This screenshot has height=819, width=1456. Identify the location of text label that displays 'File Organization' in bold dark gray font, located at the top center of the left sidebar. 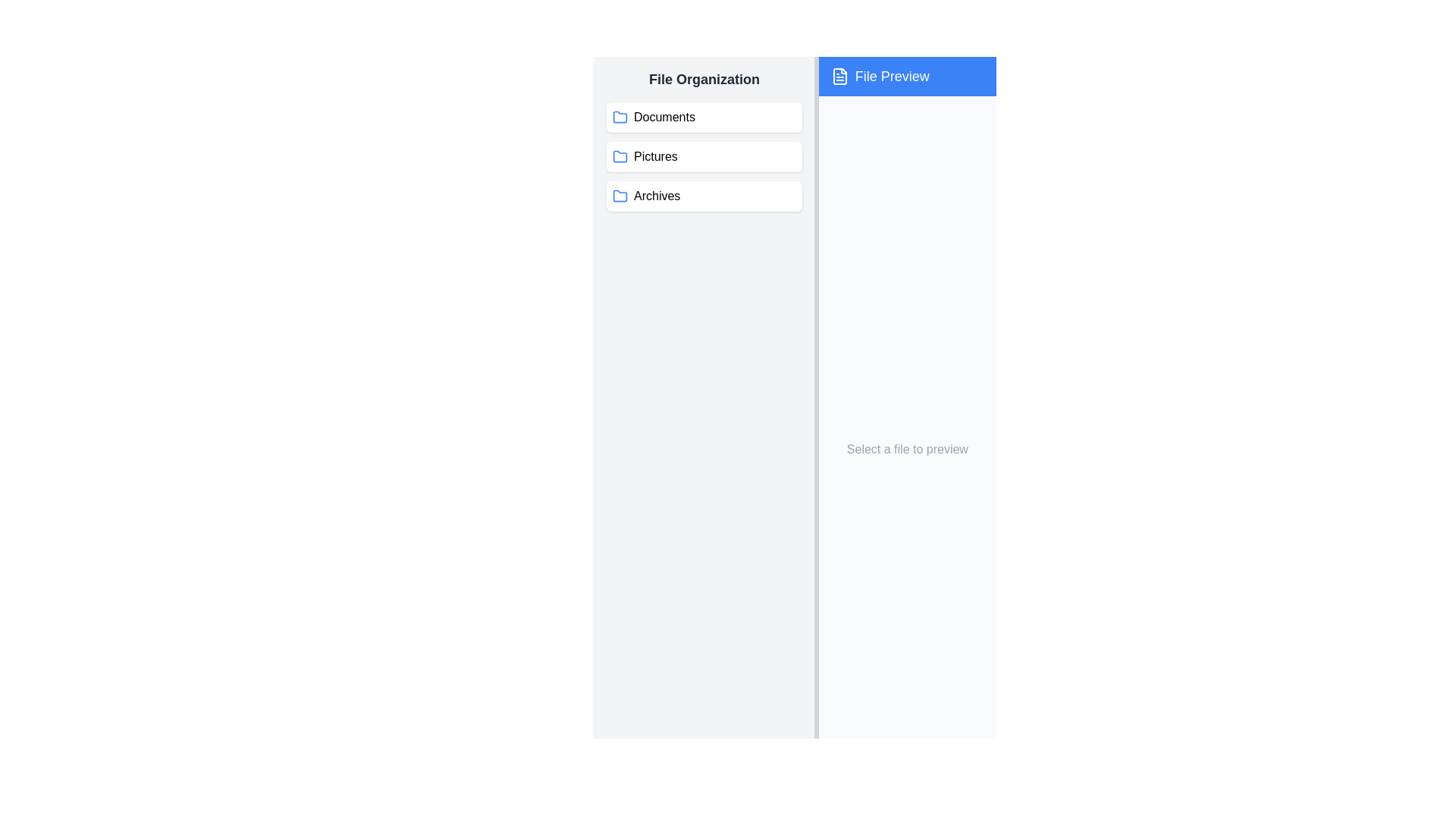
(704, 79).